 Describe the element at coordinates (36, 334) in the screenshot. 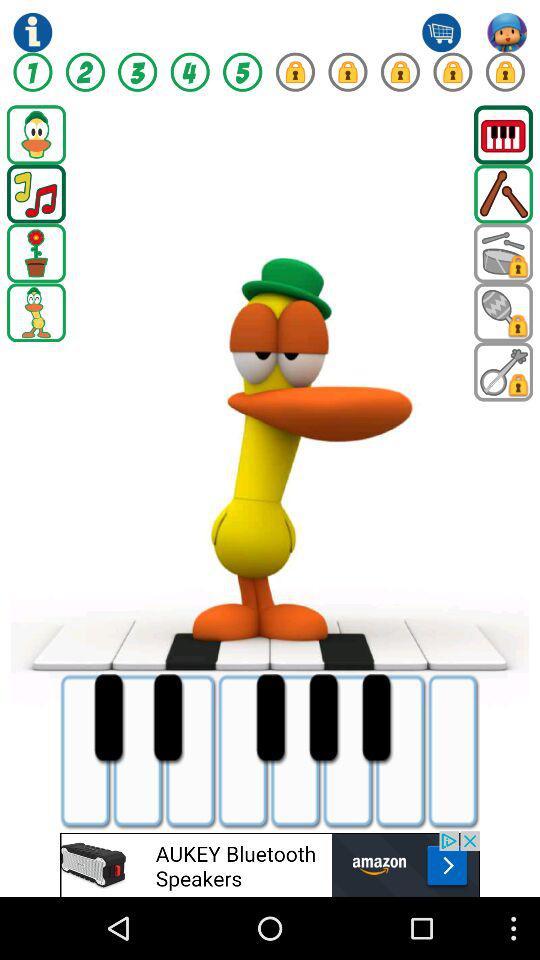

I see `the location icon` at that location.